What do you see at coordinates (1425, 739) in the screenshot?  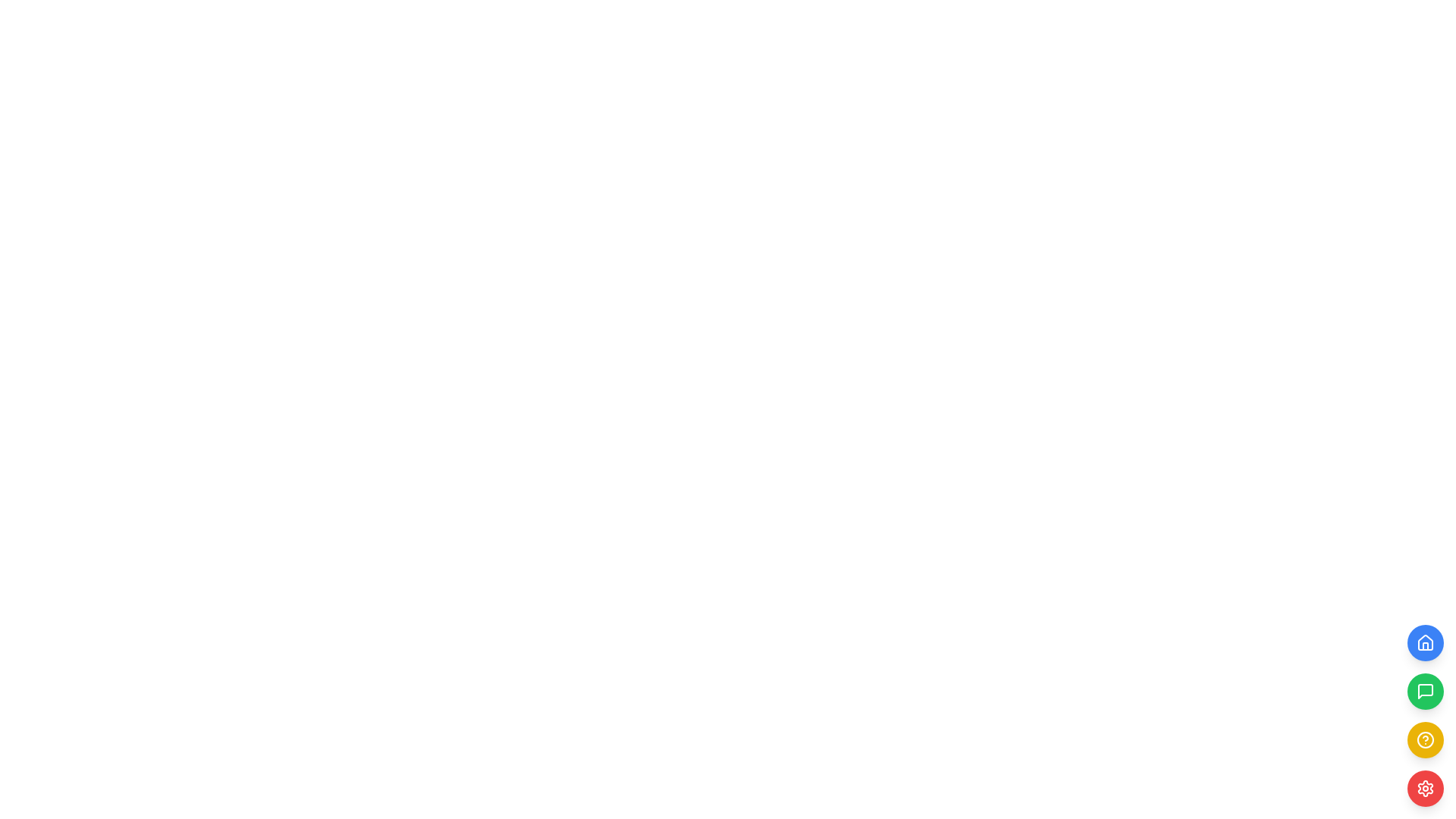 I see `the SVG circle element that serves as a help or informational icon, located on the vertical menu bar as the third icon from the top` at bounding box center [1425, 739].